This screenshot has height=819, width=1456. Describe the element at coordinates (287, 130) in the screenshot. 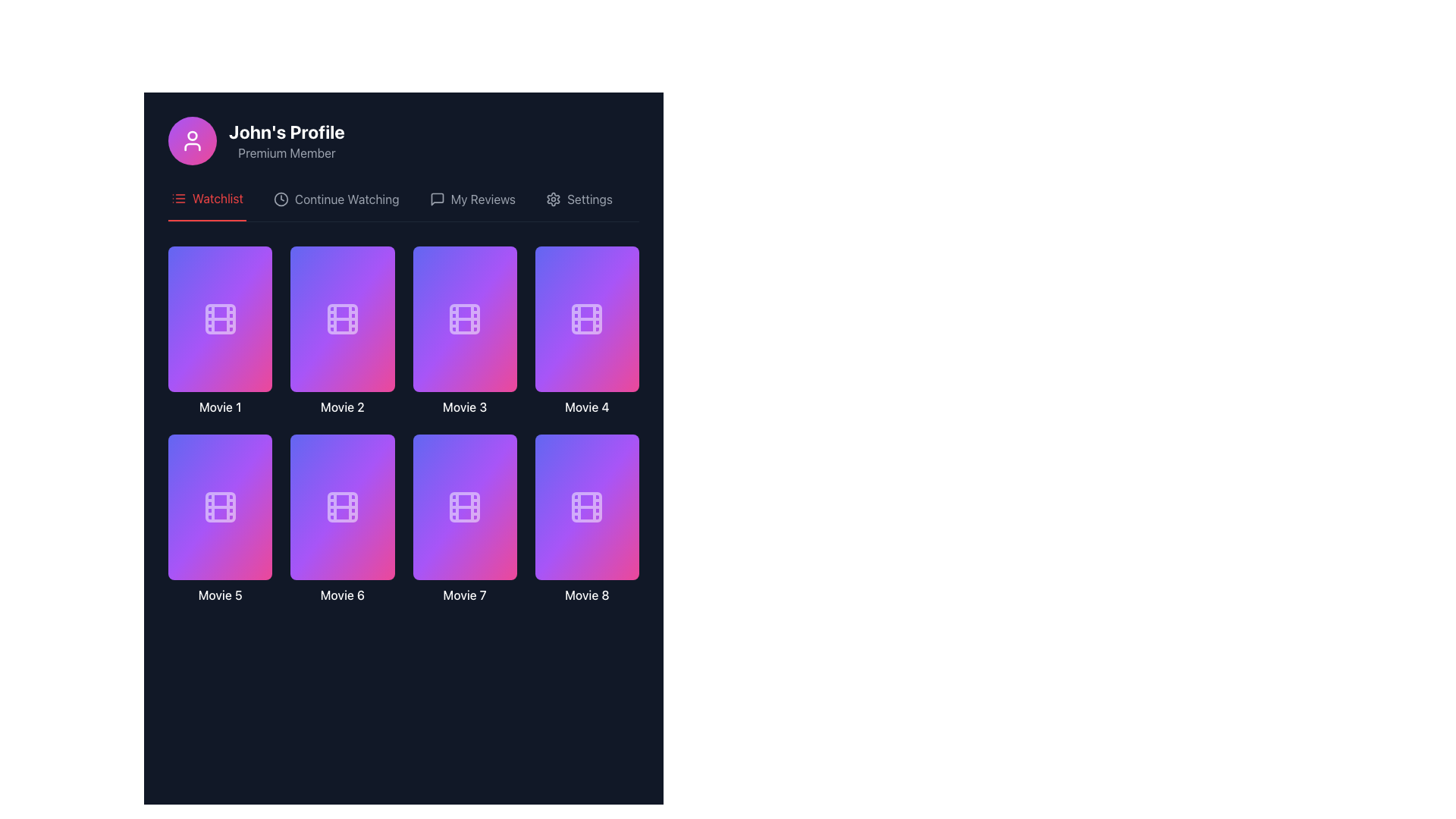

I see `the Text label that serves as a heading or title for the profile or account section, located at the upper left of the interface above the 'Premium Member' text` at that location.